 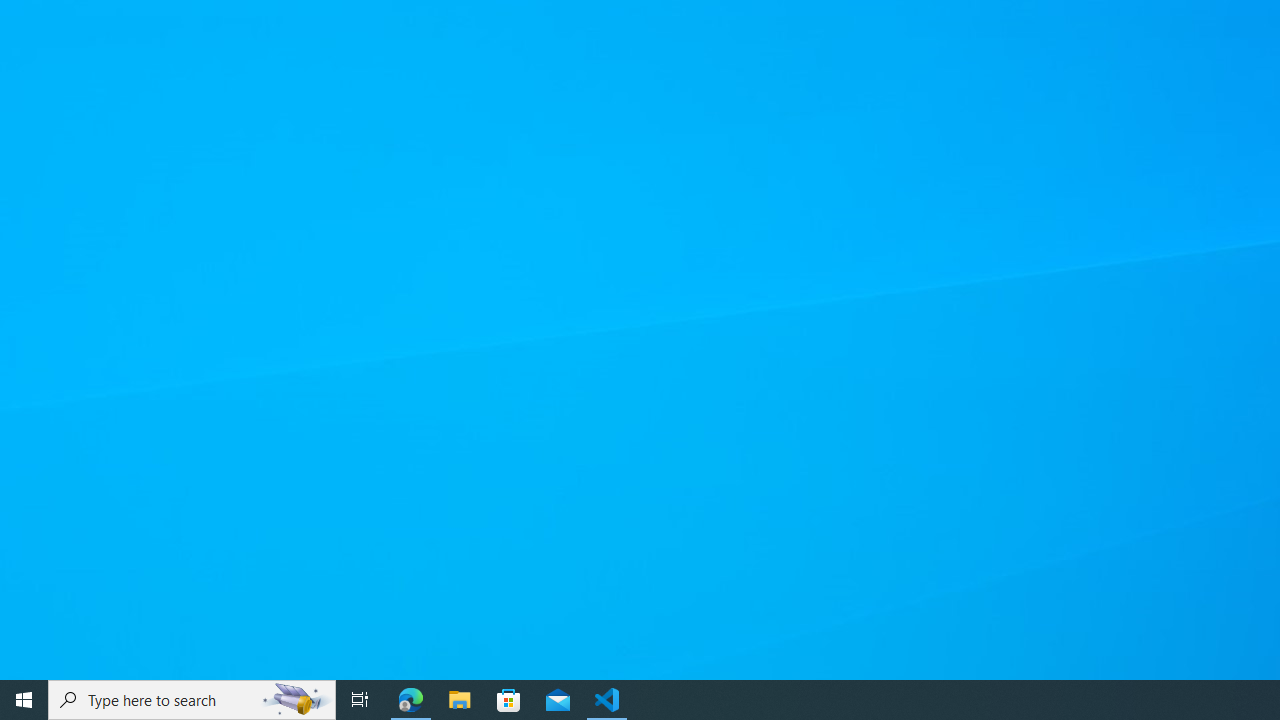 I want to click on 'Search highlights icon opens search home window', so click(x=294, y=698).